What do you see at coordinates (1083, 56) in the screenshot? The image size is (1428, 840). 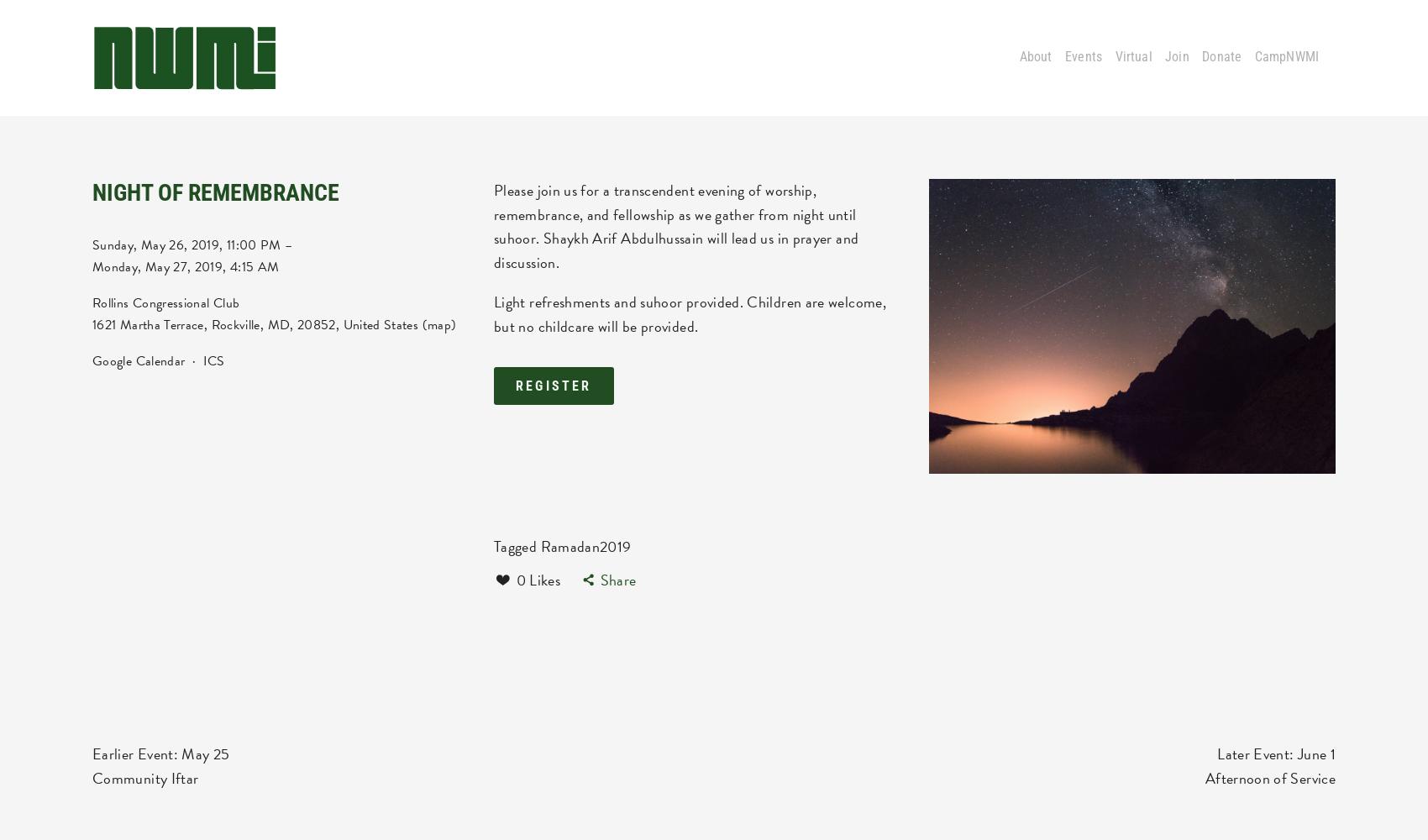 I see `'Events'` at bounding box center [1083, 56].